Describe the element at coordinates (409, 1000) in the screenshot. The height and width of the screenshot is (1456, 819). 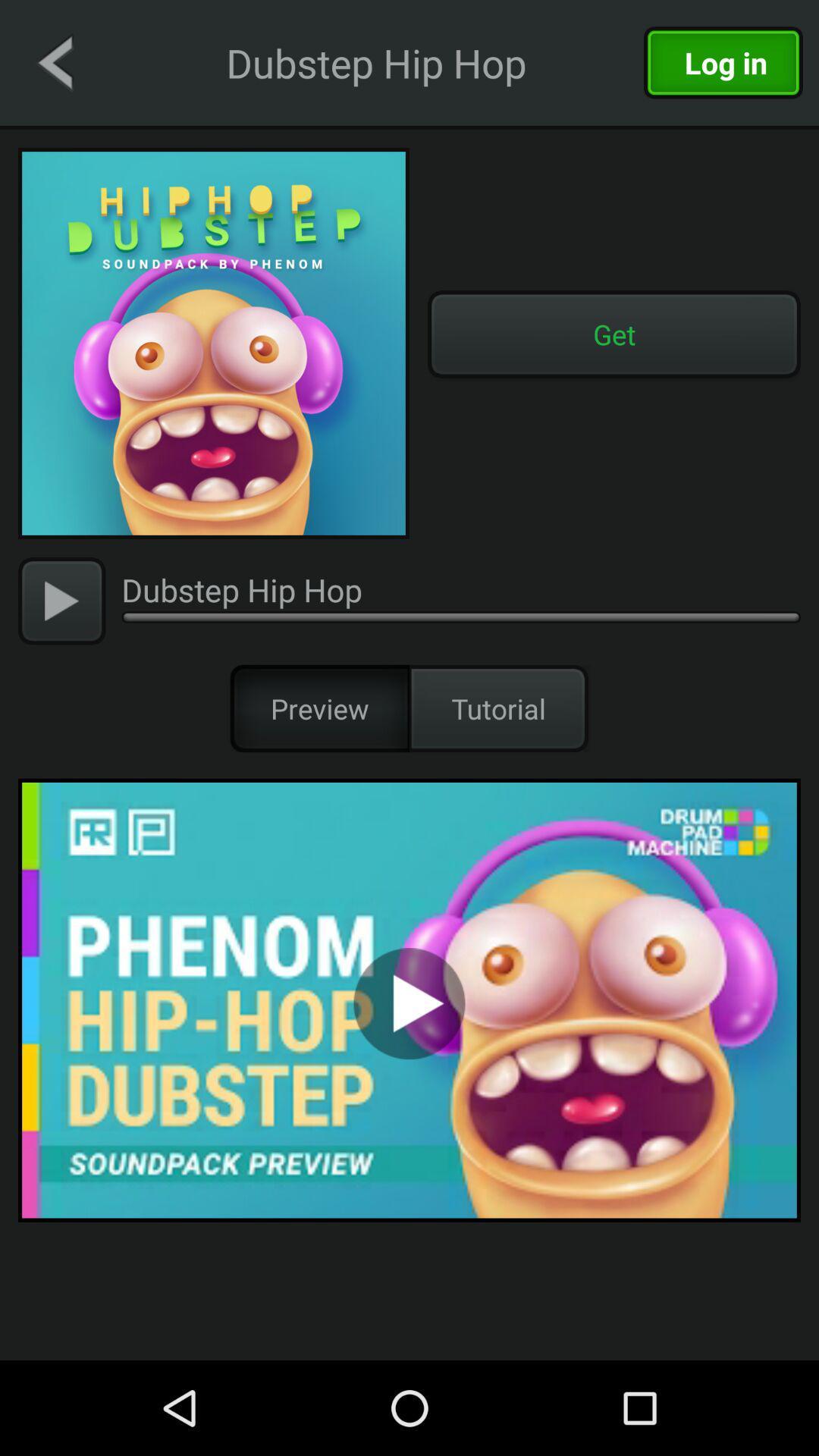
I see `to preview` at that location.